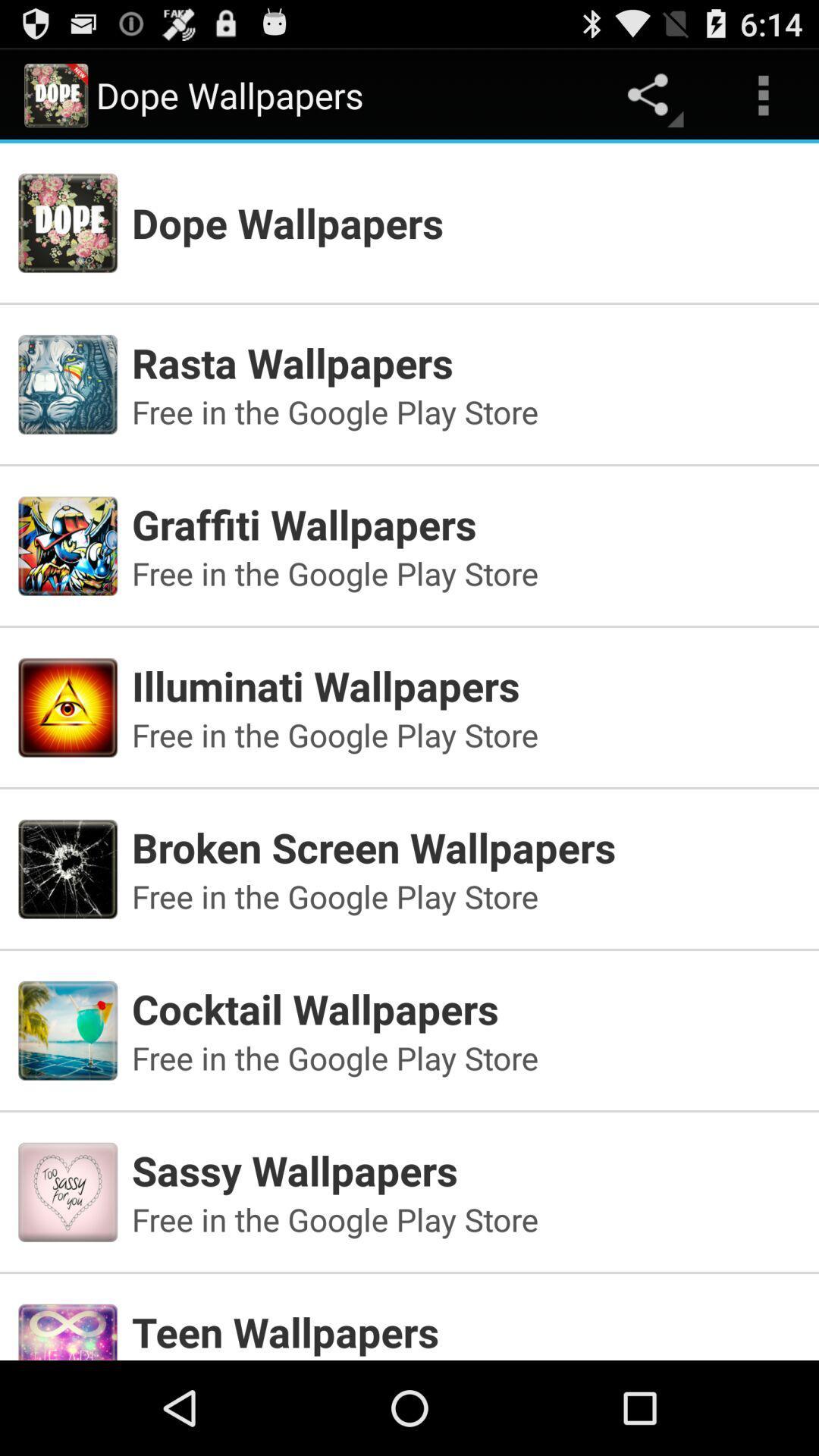 The height and width of the screenshot is (1456, 819). Describe the element at coordinates (409, 1310) in the screenshot. I see `see more info about this app` at that location.